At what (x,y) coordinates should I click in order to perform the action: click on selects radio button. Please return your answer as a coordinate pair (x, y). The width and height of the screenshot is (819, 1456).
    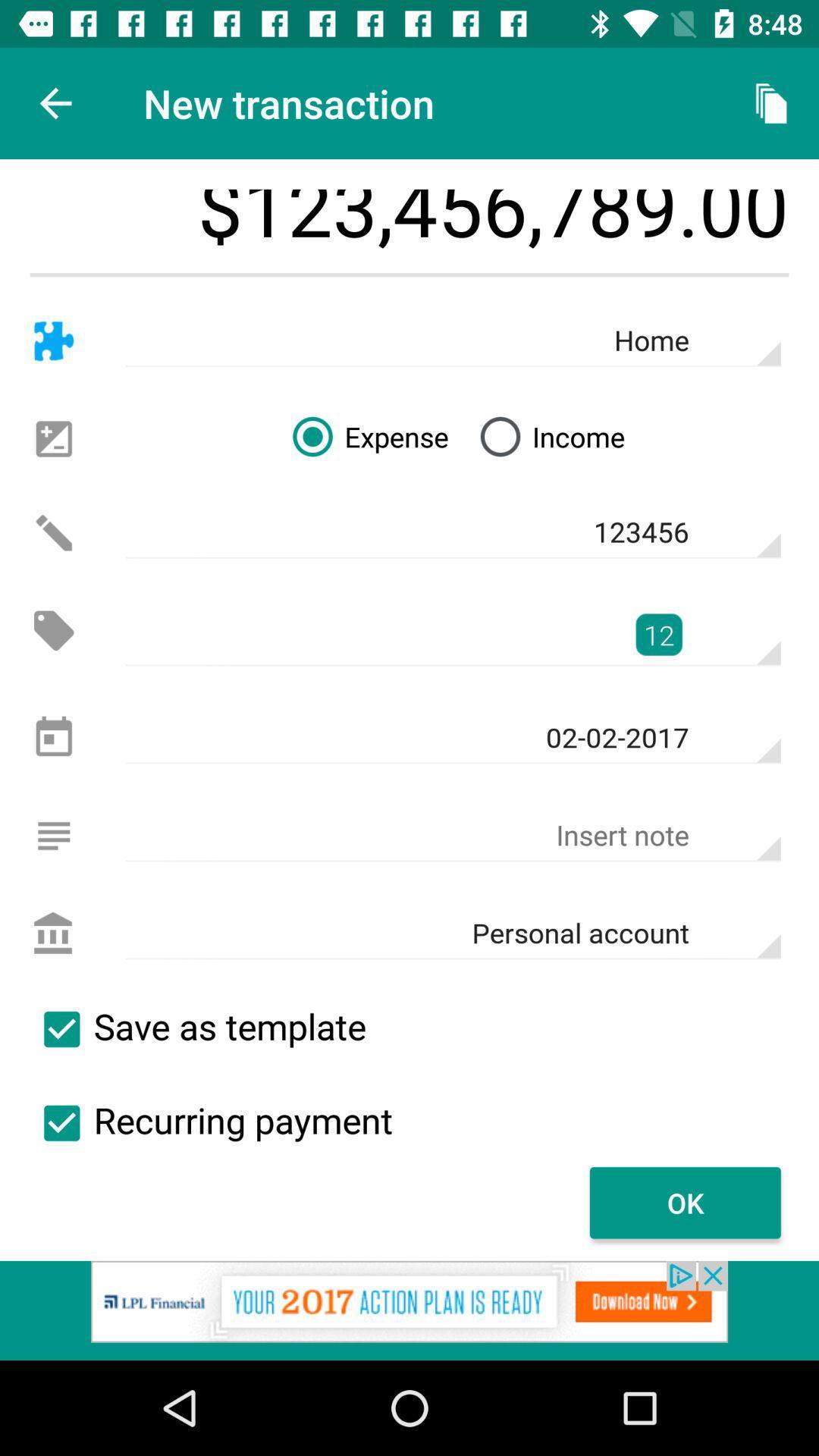
    Looking at the image, I should click on (61, 1123).